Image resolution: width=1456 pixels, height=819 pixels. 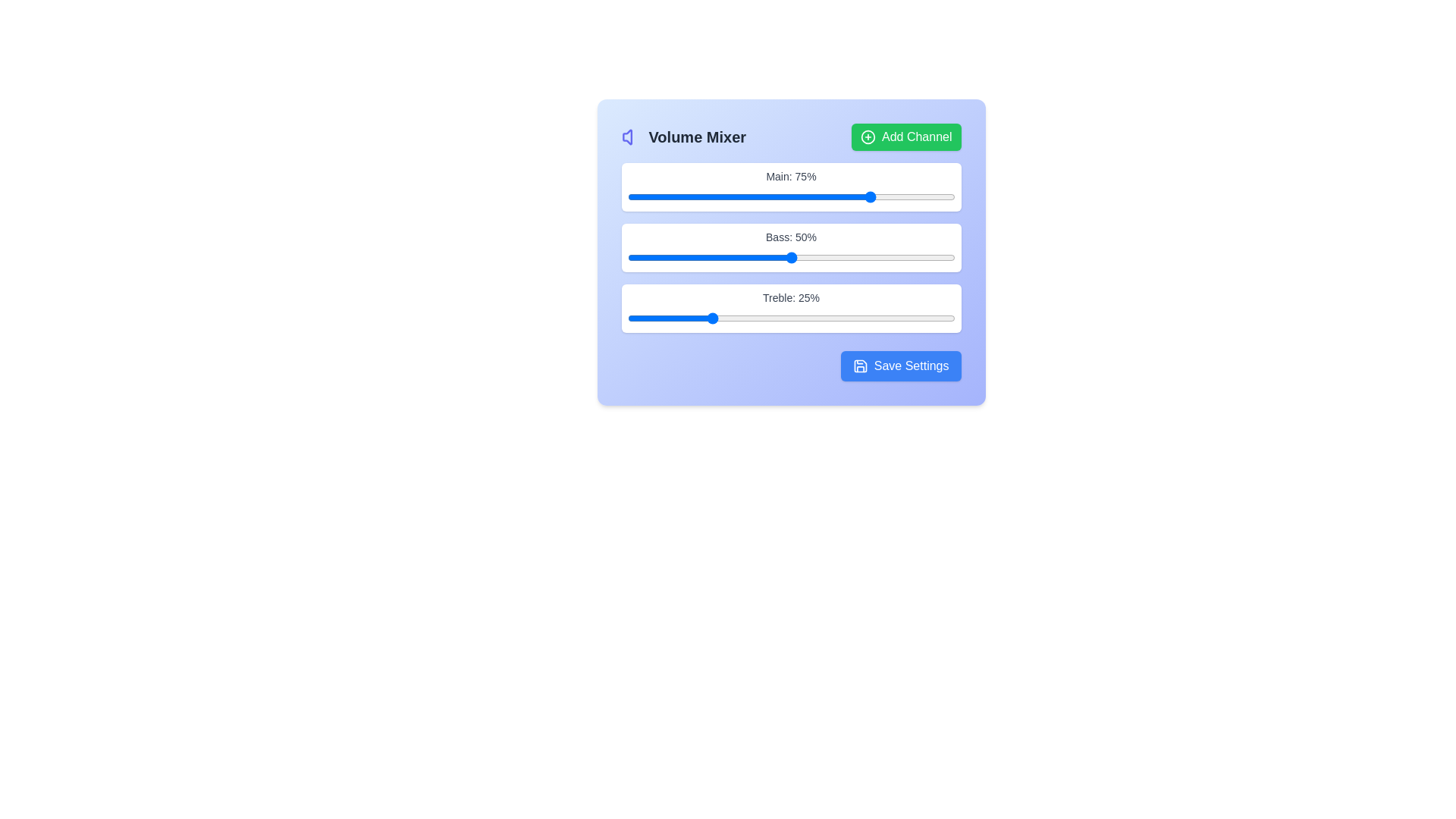 What do you see at coordinates (909, 318) in the screenshot?
I see `treble` at bounding box center [909, 318].